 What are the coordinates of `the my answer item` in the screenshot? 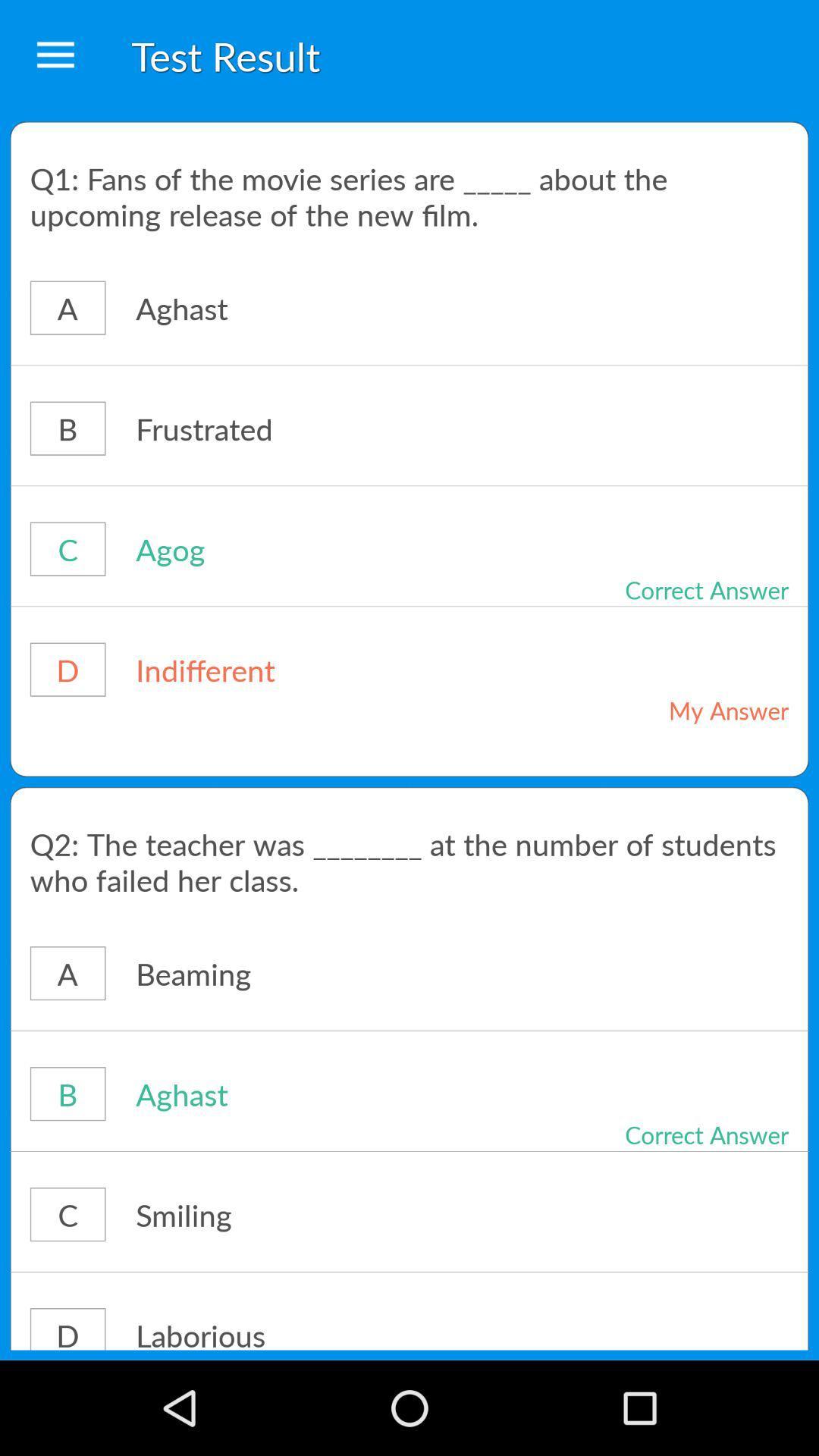 It's located at (673, 709).